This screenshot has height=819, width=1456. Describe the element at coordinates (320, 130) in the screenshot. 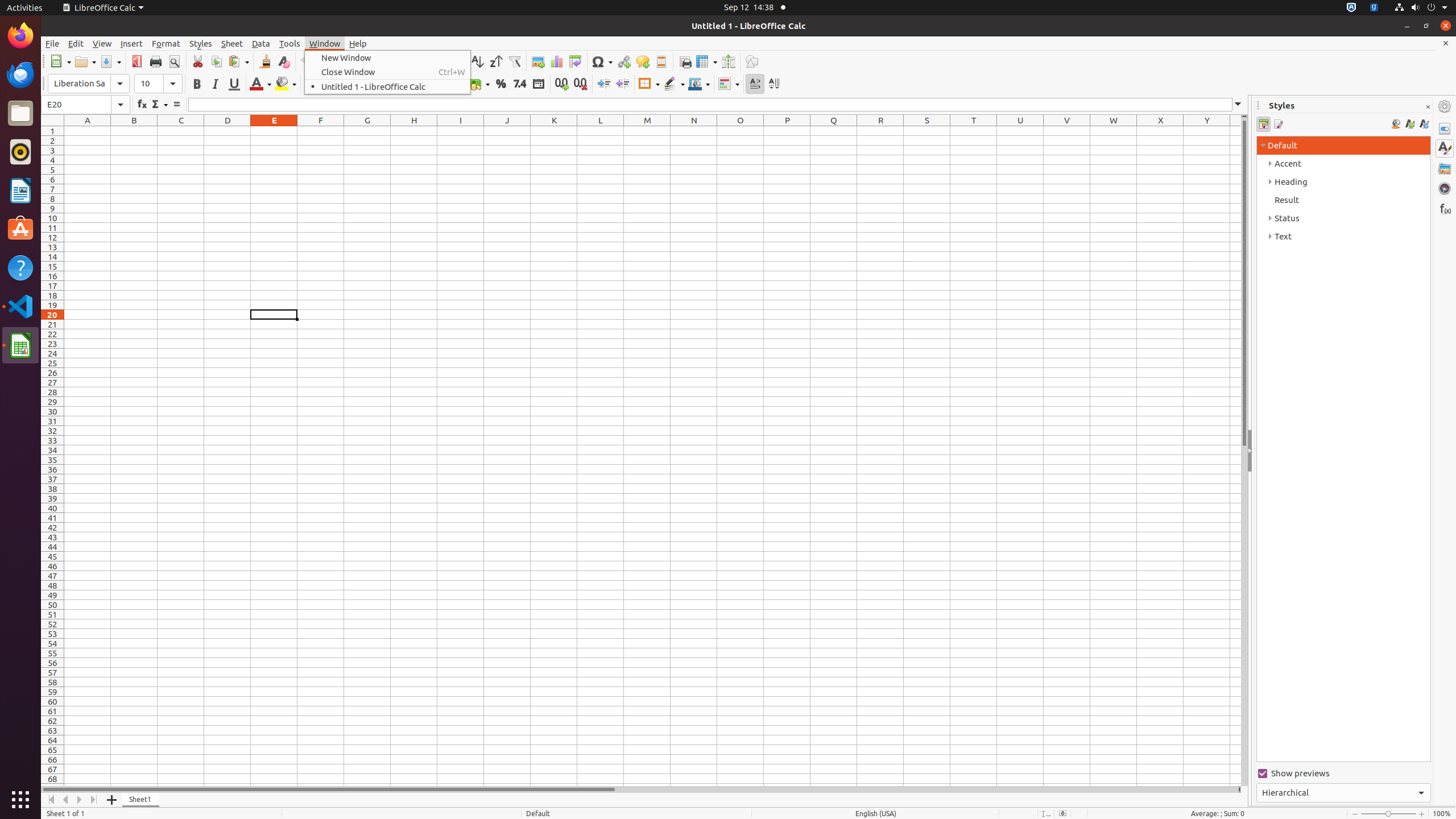

I see `'F1'` at that location.